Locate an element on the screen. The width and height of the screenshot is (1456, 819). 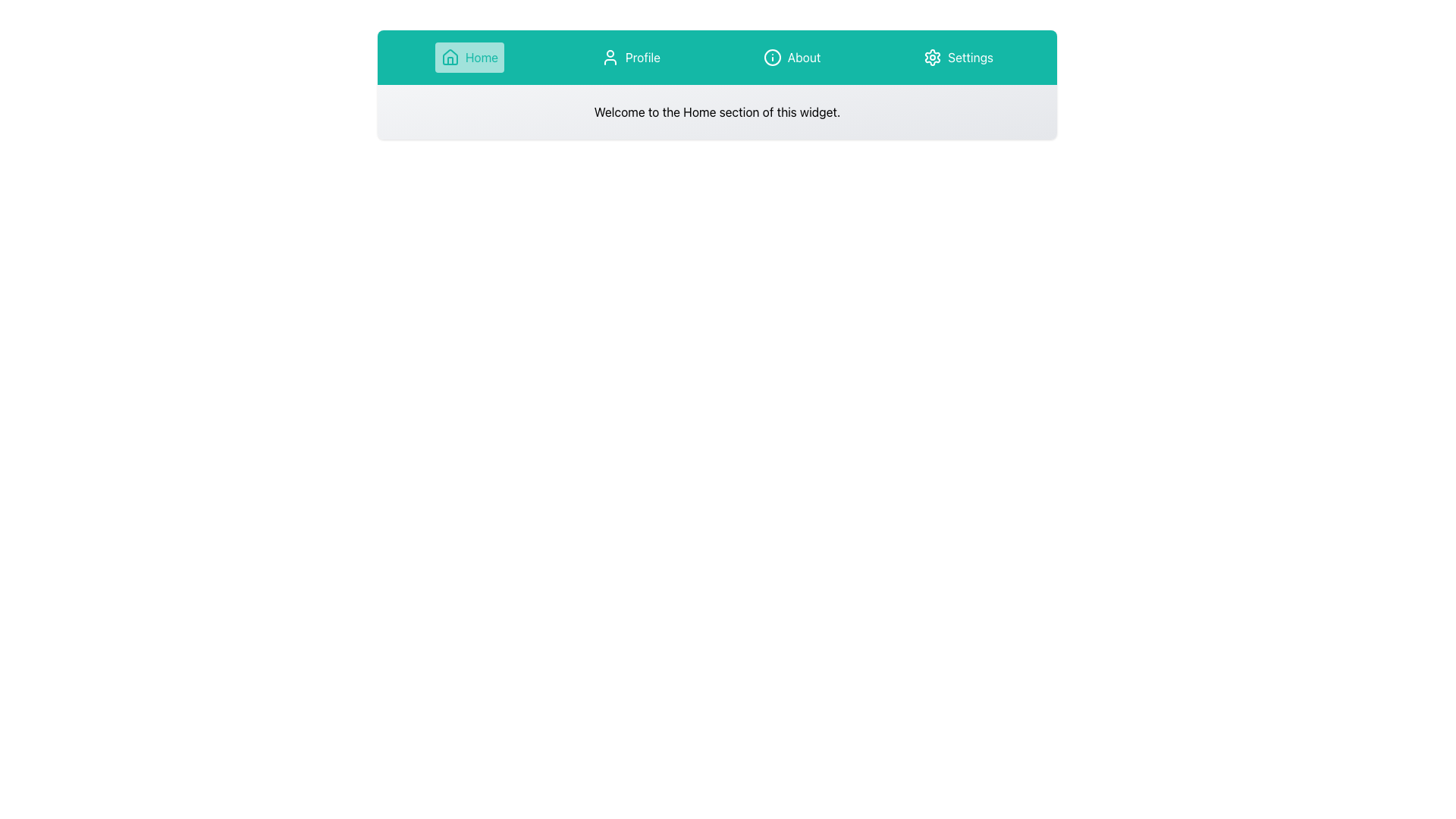
the 'Settings' interactive button located in the top navigation bar is located at coordinates (958, 57).